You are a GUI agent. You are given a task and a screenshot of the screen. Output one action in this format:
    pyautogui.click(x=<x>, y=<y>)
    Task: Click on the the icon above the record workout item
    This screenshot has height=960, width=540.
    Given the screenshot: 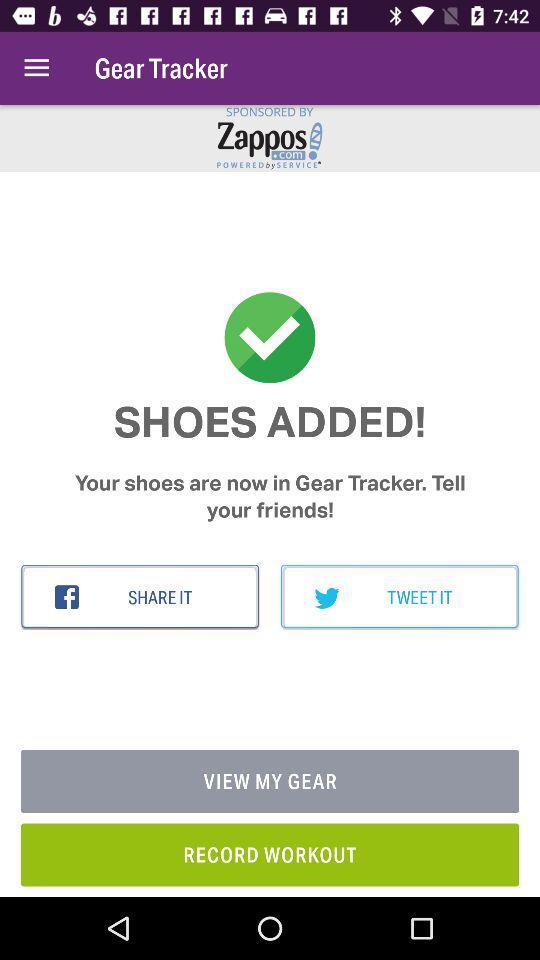 What is the action you would take?
    pyautogui.click(x=270, y=781)
    